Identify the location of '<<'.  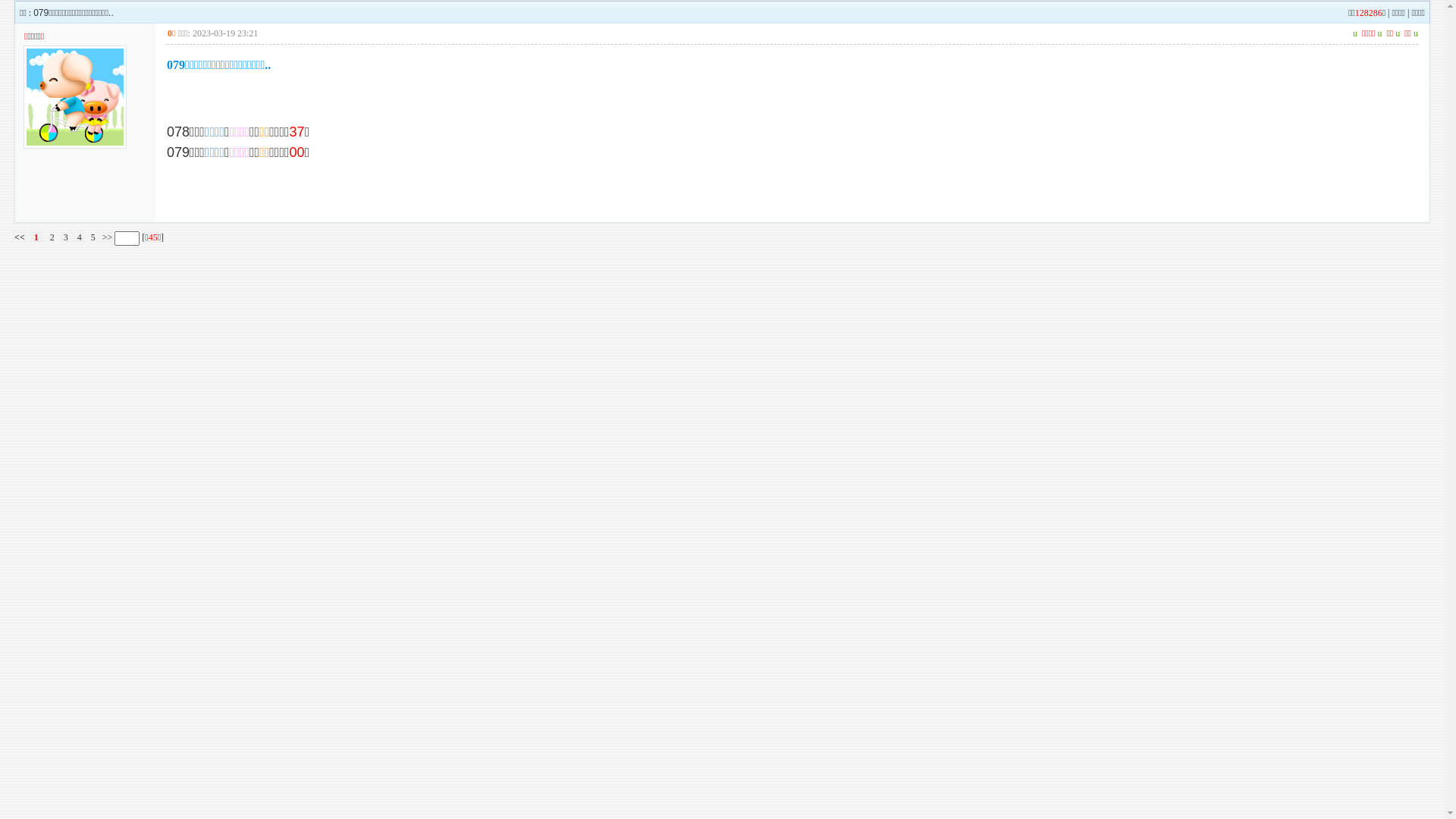
(14, 237).